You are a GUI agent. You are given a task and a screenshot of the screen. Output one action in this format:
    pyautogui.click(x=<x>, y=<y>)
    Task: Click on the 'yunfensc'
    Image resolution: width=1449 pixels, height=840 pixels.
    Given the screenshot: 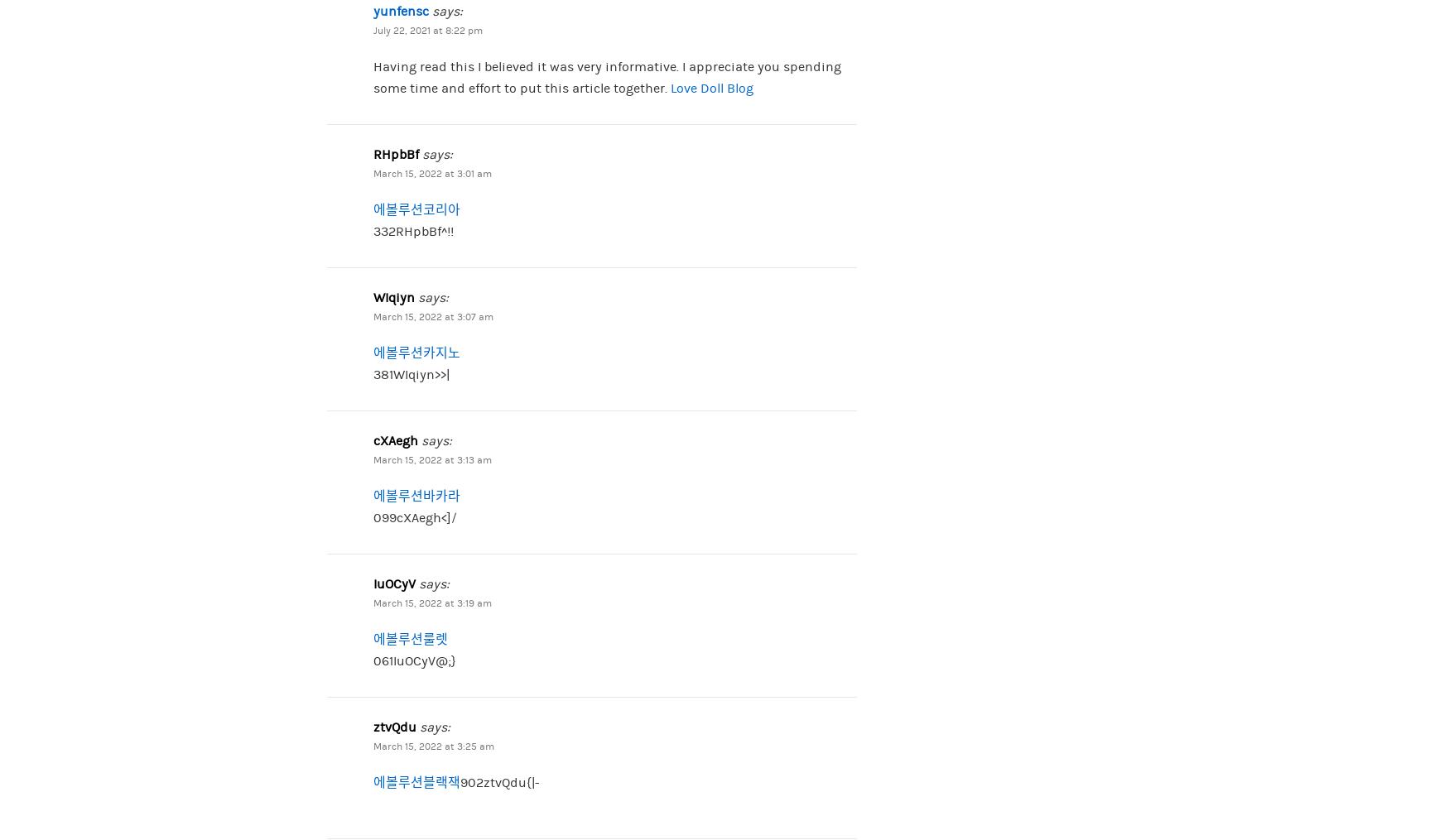 What is the action you would take?
    pyautogui.click(x=401, y=9)
    